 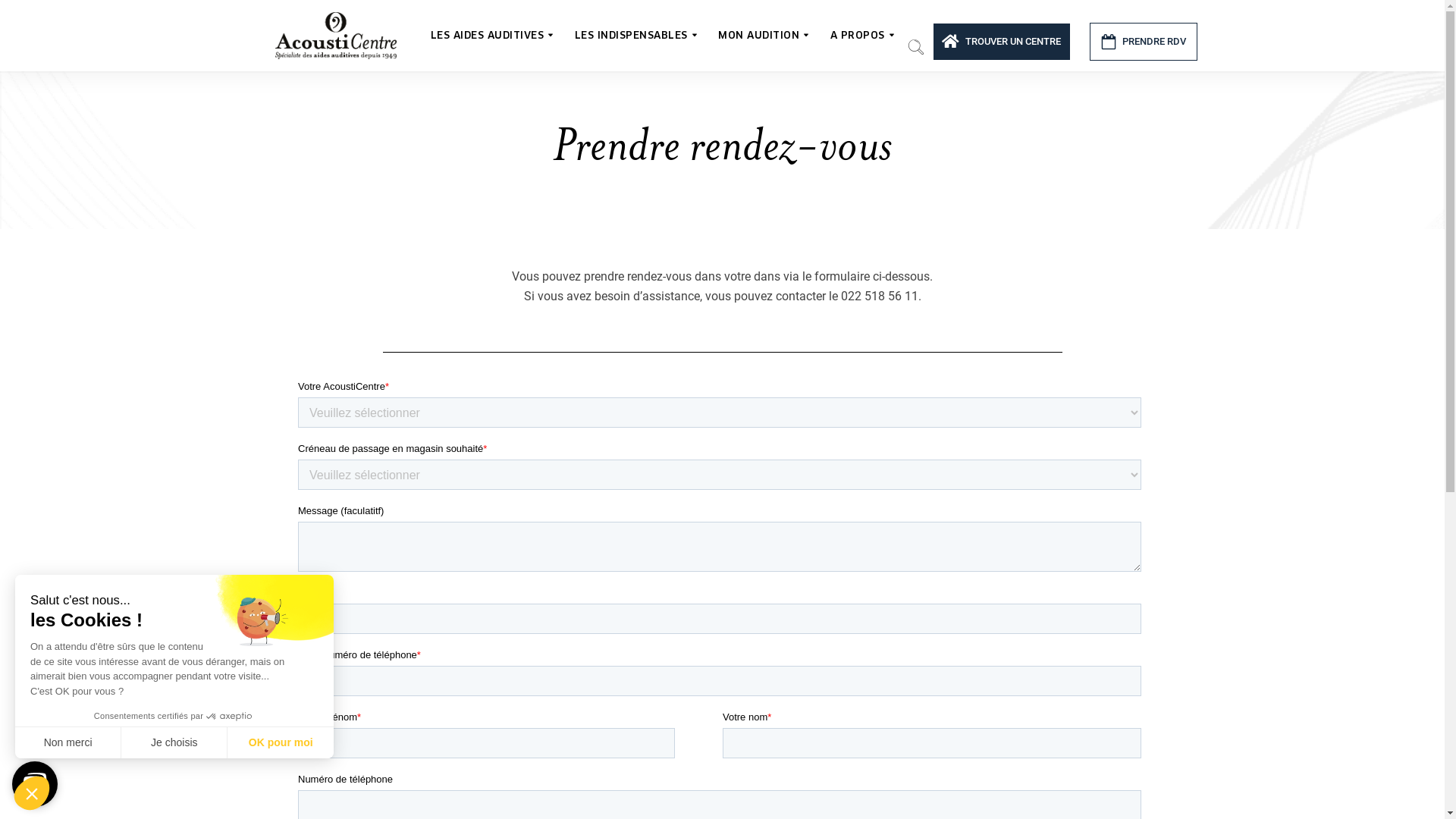 I want to click on 'TROUVER UN CENTRE', so click(x=1001, y=40).